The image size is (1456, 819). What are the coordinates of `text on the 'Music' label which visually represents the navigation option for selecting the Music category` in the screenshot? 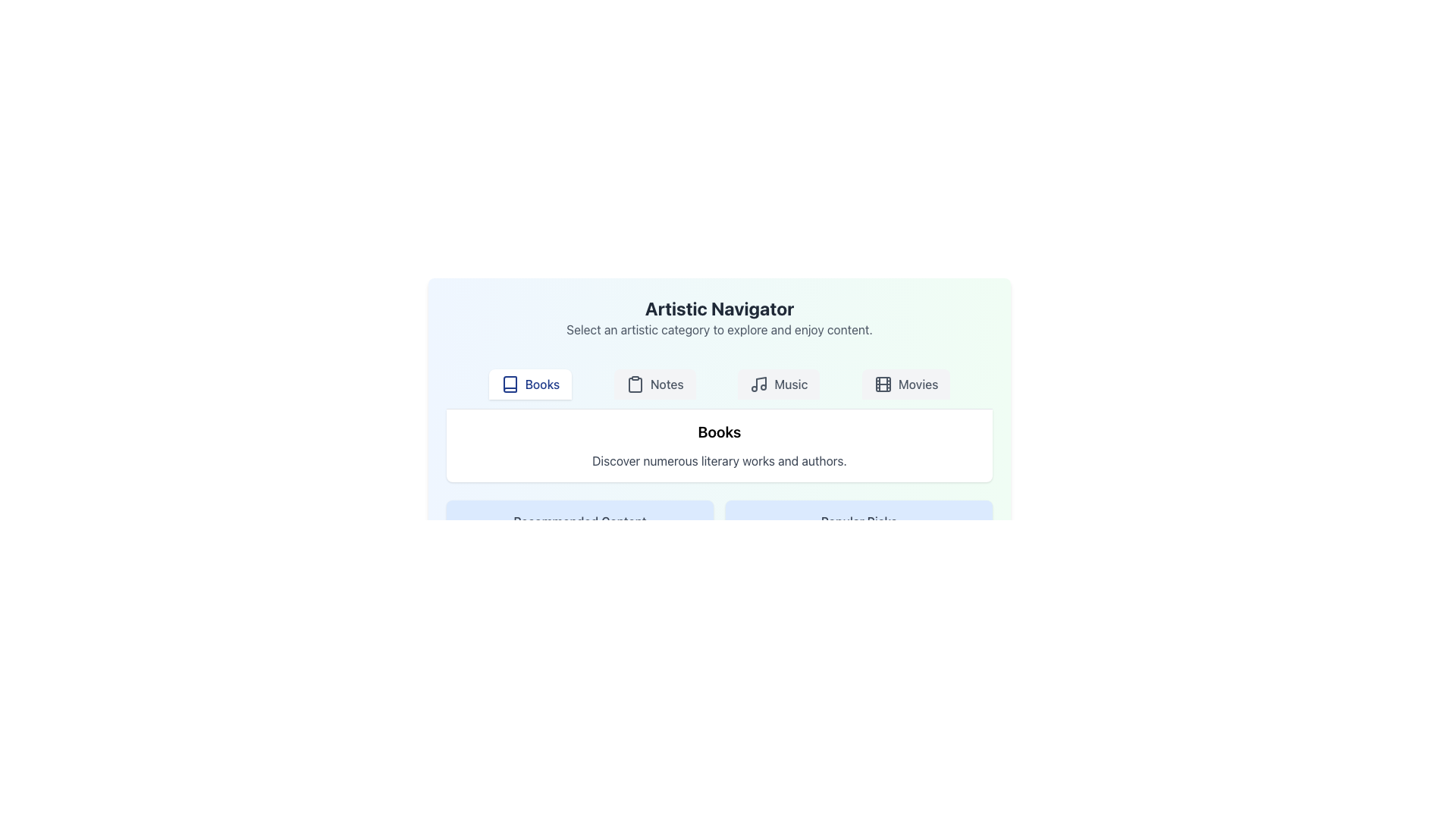 It's located at (790, 383).